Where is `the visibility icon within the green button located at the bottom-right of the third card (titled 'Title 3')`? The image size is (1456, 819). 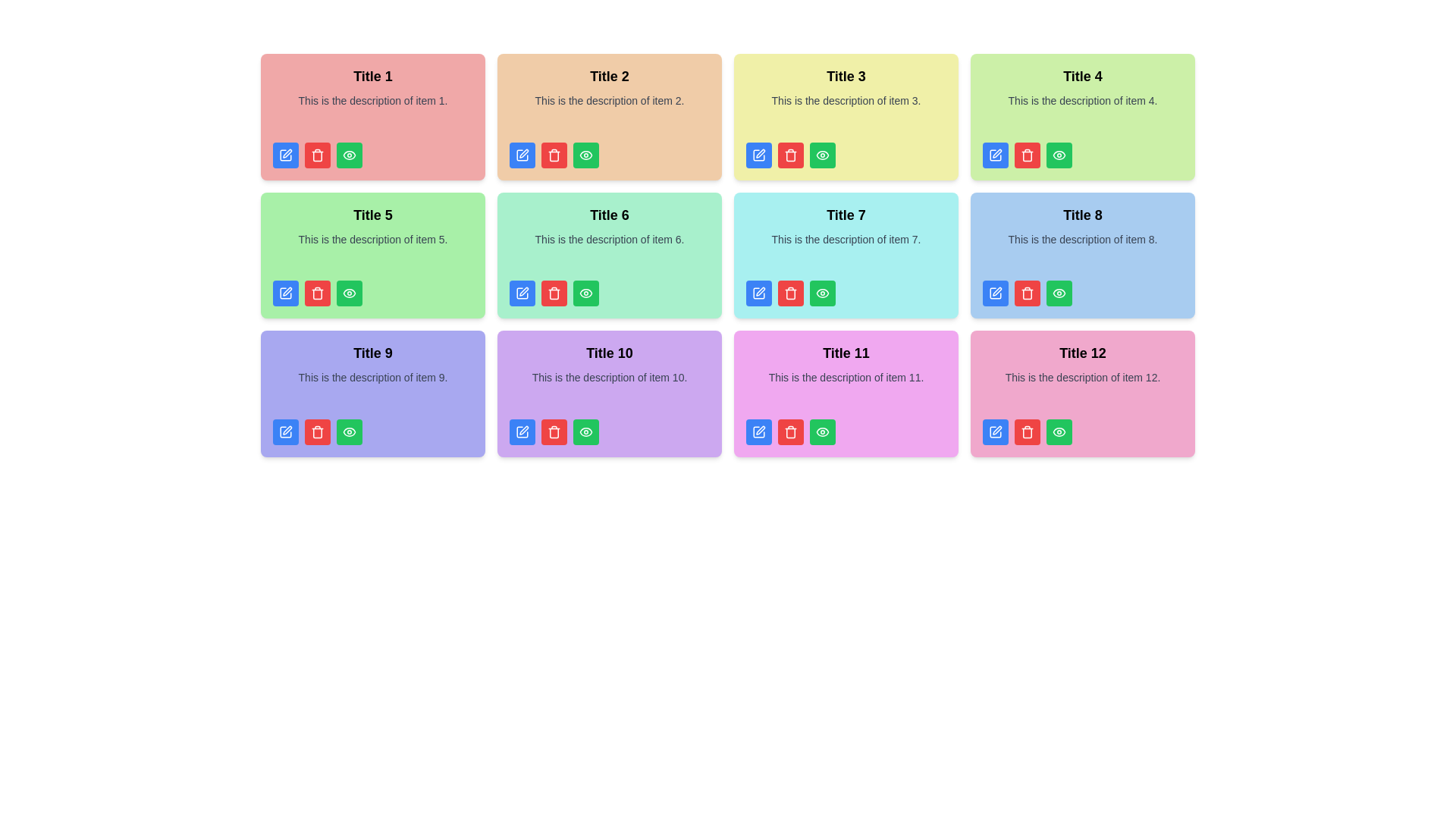 the visibility icon within the green button located at the bottom-right of the third card (titled 'Title 3') is located at coordinates (821, 155).